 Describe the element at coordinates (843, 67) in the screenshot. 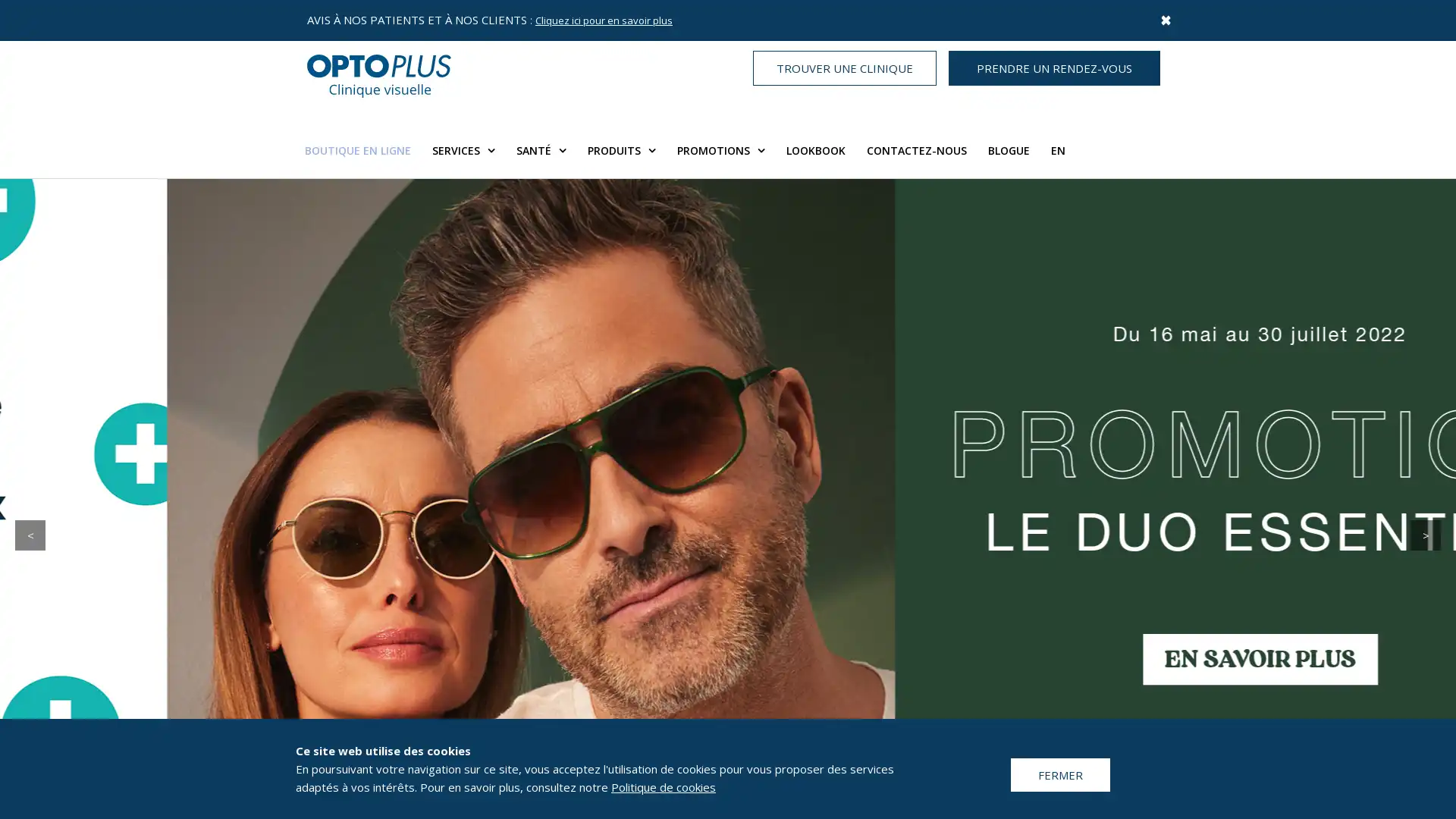

I see `TROUVER UNE CLINIQUE` at that location.